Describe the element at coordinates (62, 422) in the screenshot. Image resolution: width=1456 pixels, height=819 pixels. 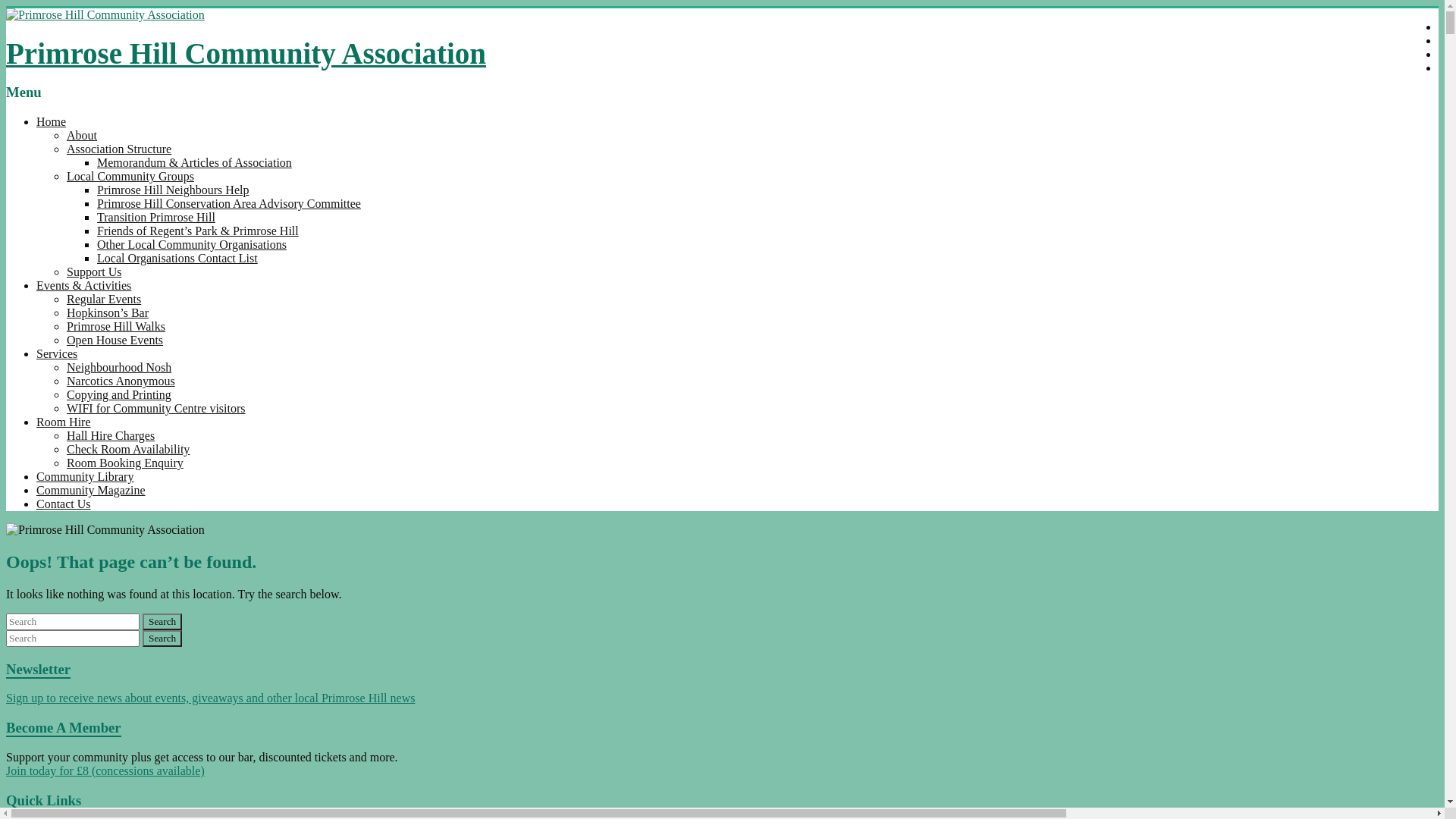
I see `'Room Hire'` at that location.